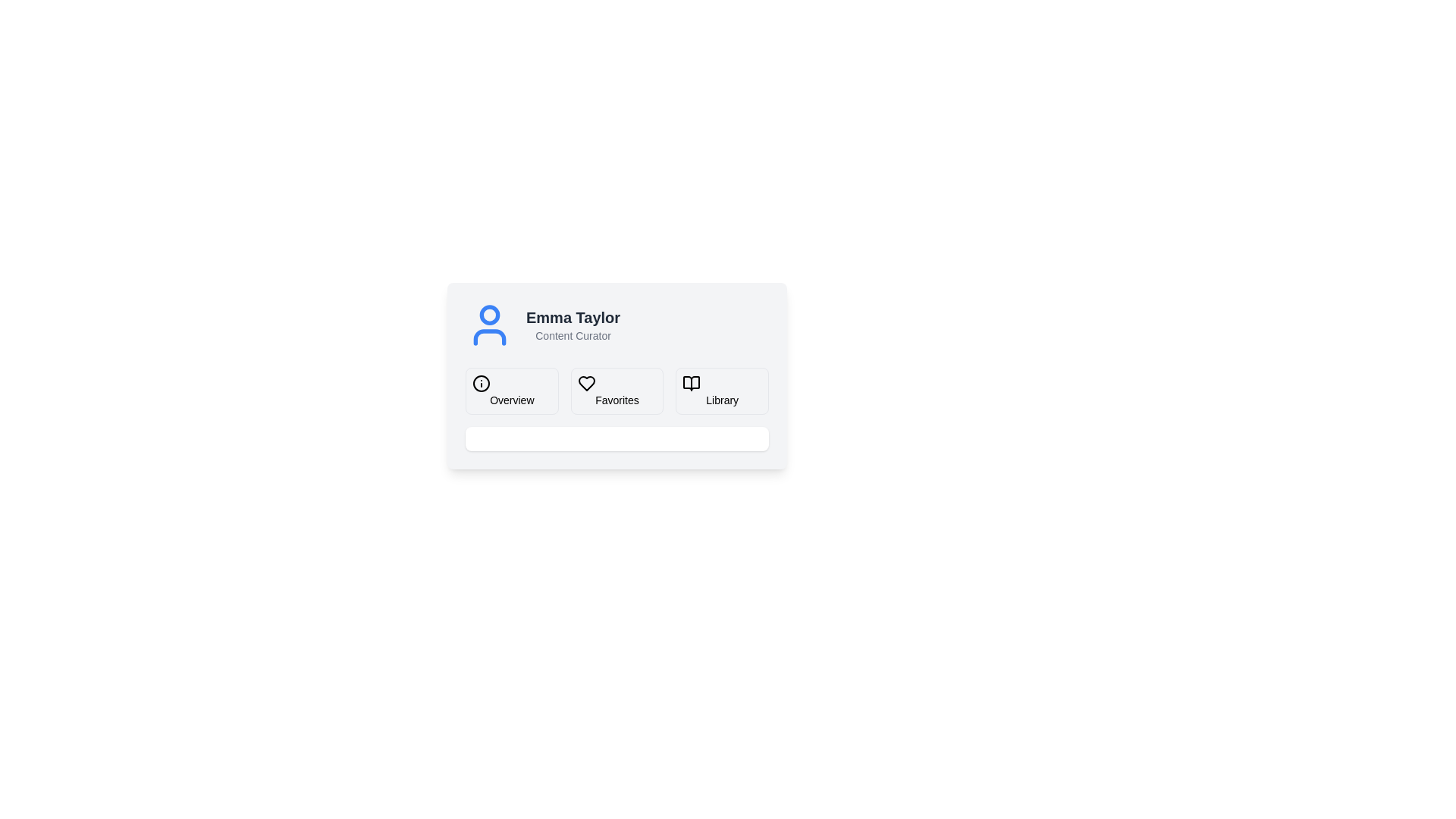 This screenshot has height=819, width=1456. Describe the element at coordinates (490, 336) in the screenshot. I see `the decorative graphic element within the SVG icon that resembles a simplified human torso, located above the text 'Emma Taylor'` at that location.